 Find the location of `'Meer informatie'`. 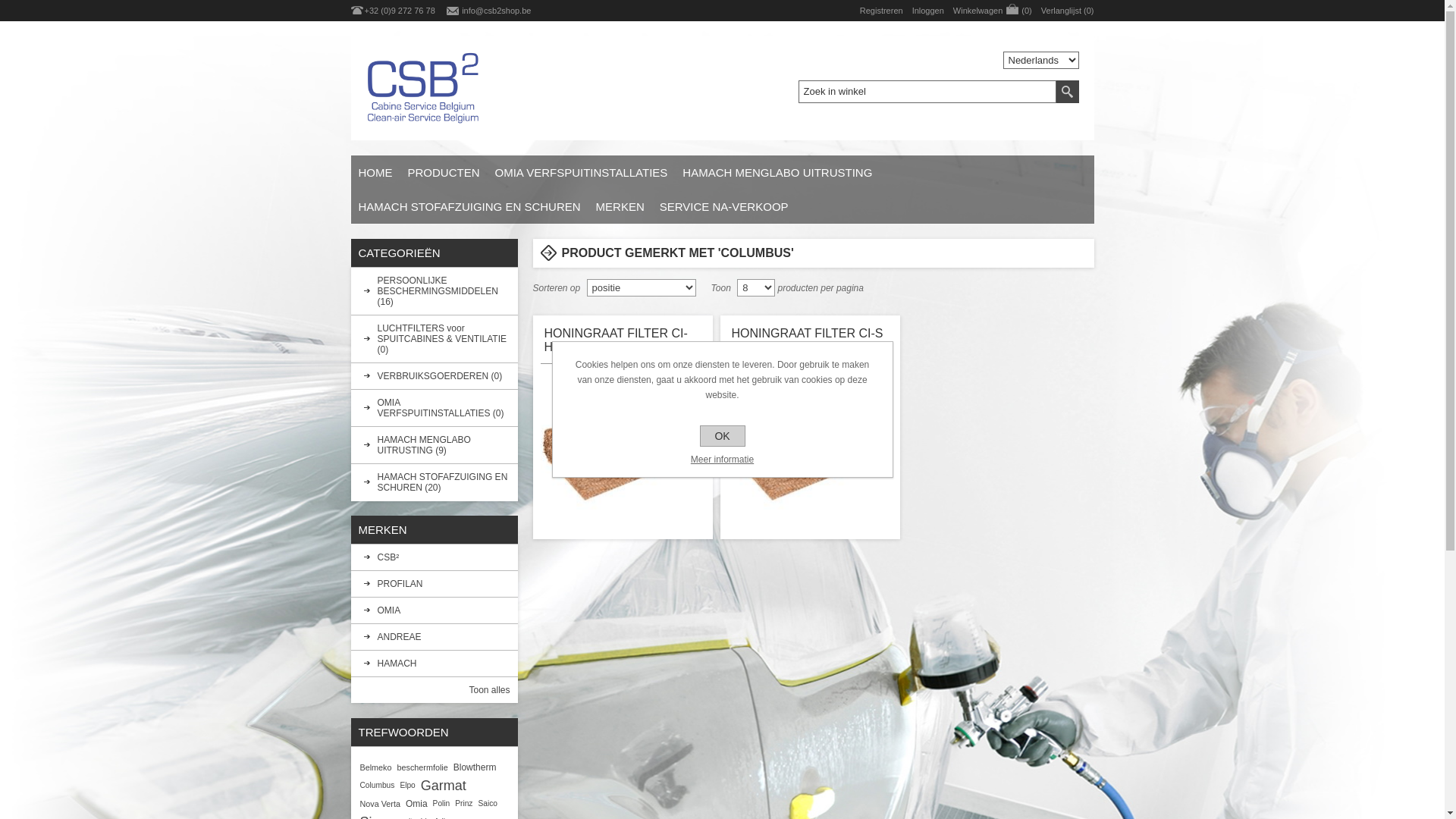

'Meer informatie' is located at coordinates (720, 458).